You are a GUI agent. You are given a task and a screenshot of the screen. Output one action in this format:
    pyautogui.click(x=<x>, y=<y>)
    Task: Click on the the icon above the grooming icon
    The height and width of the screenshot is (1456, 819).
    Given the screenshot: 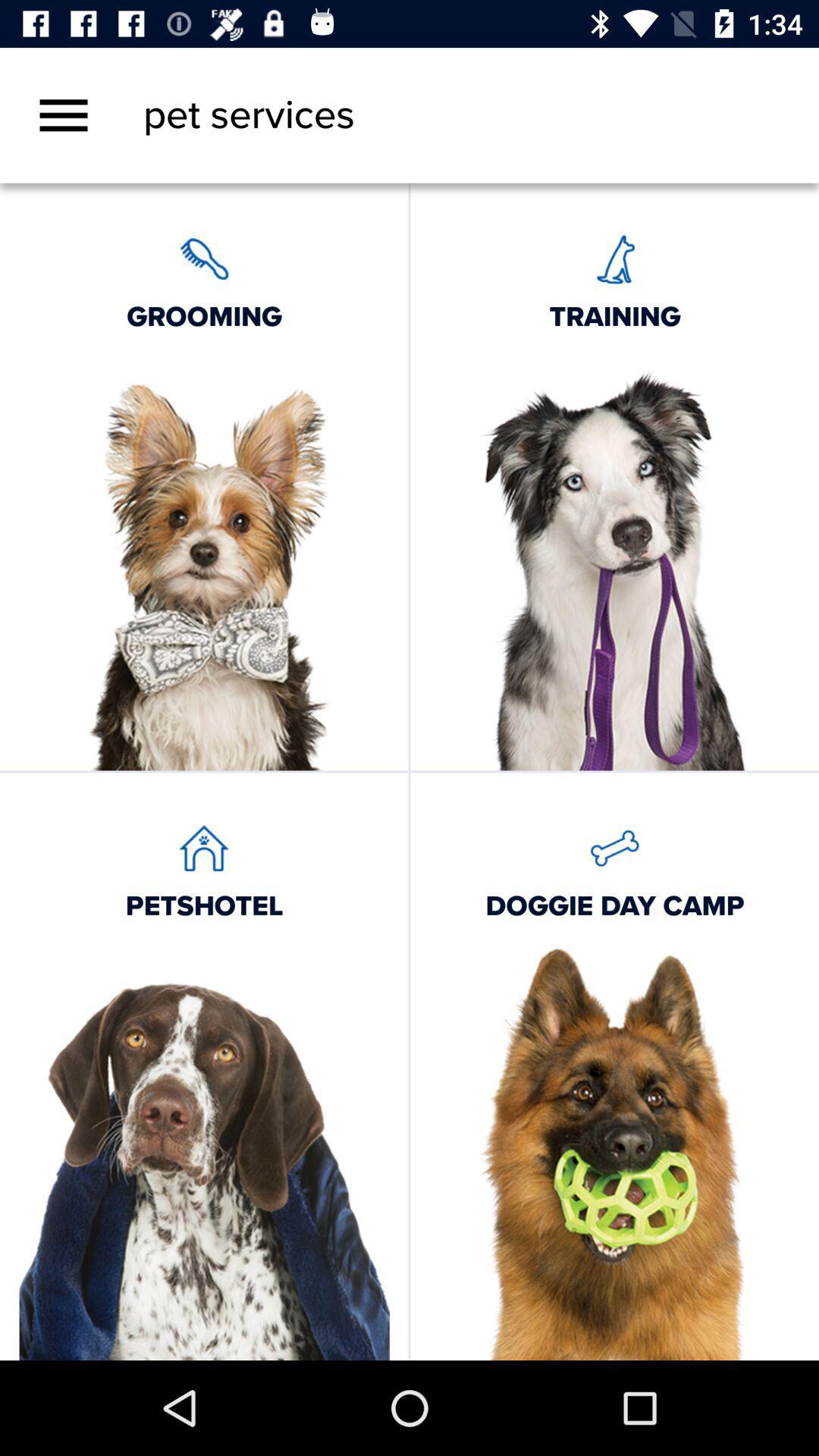 What is the action you would take?
    pyautogui.click(x=63, y=115)
    